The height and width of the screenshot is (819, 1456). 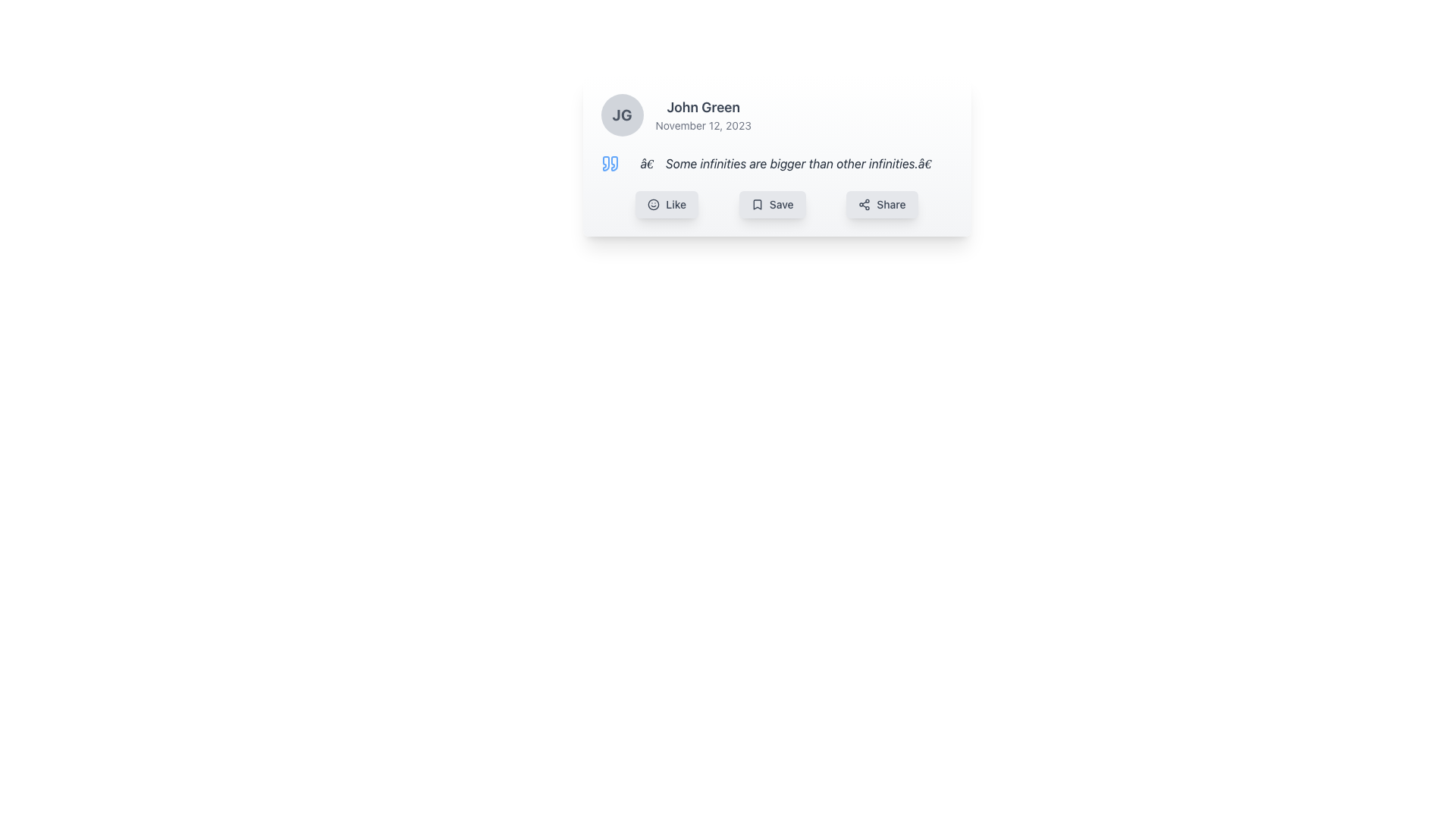 What do you see at coordinates (757, 205) in the screenshot?
I see `the save icon located to the left of the 'Save' button text, which visually represents the saving action` at bounding box center [757, 205].